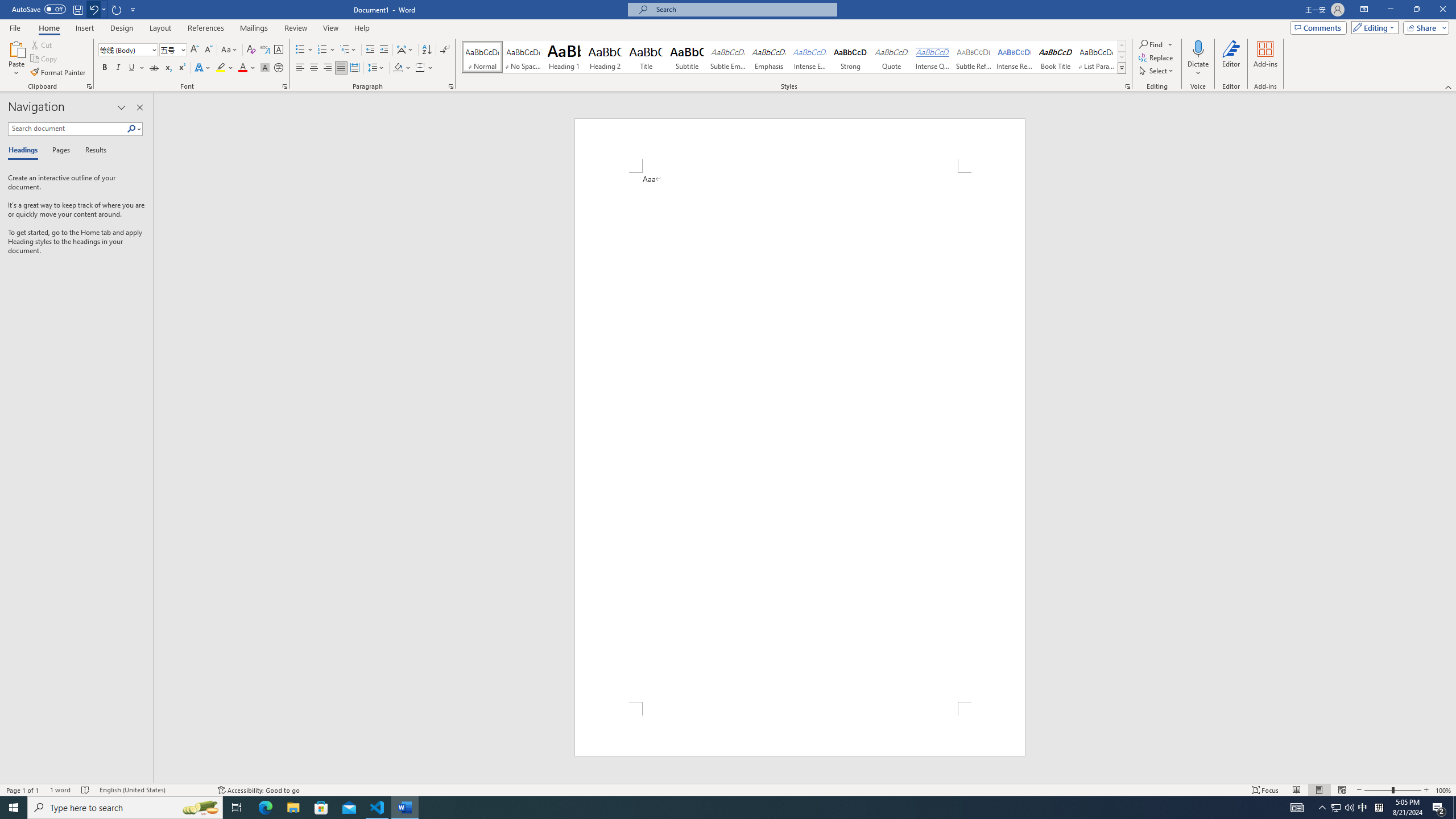 Image resolution: width=1456 pixels, height=819 pixels. Describe the element at coordinates (800, 436) in the screenshot. I see `'Page 1 content'` at that location.